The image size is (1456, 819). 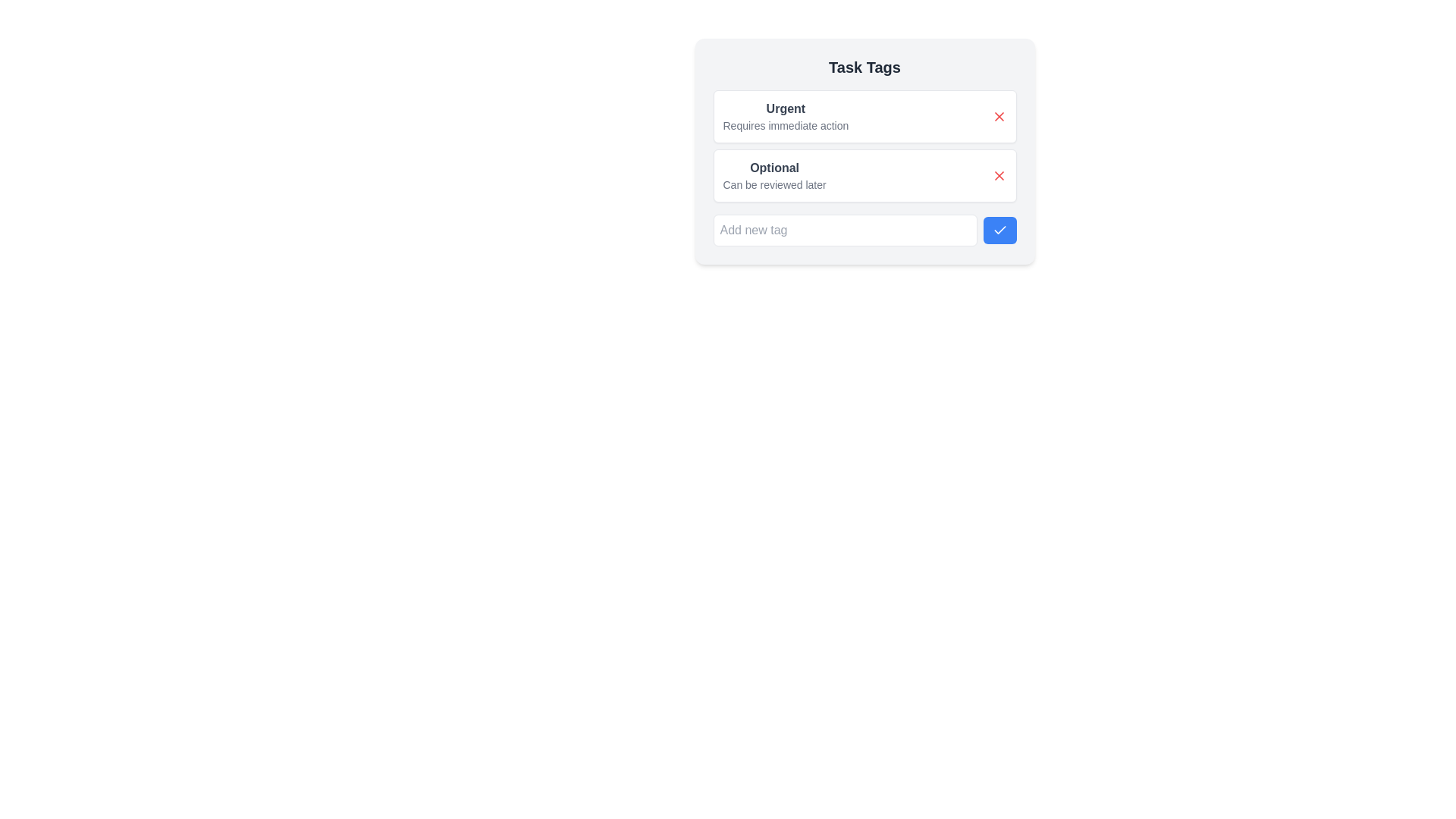 What do you see at coordinates (786, 116) in the screenshot?
I see `the text block titled 'Urgent' with the description 'Requires immediate action', which is the first tag in a vertically stacked list of task tags` at bounding box center [786, 116].